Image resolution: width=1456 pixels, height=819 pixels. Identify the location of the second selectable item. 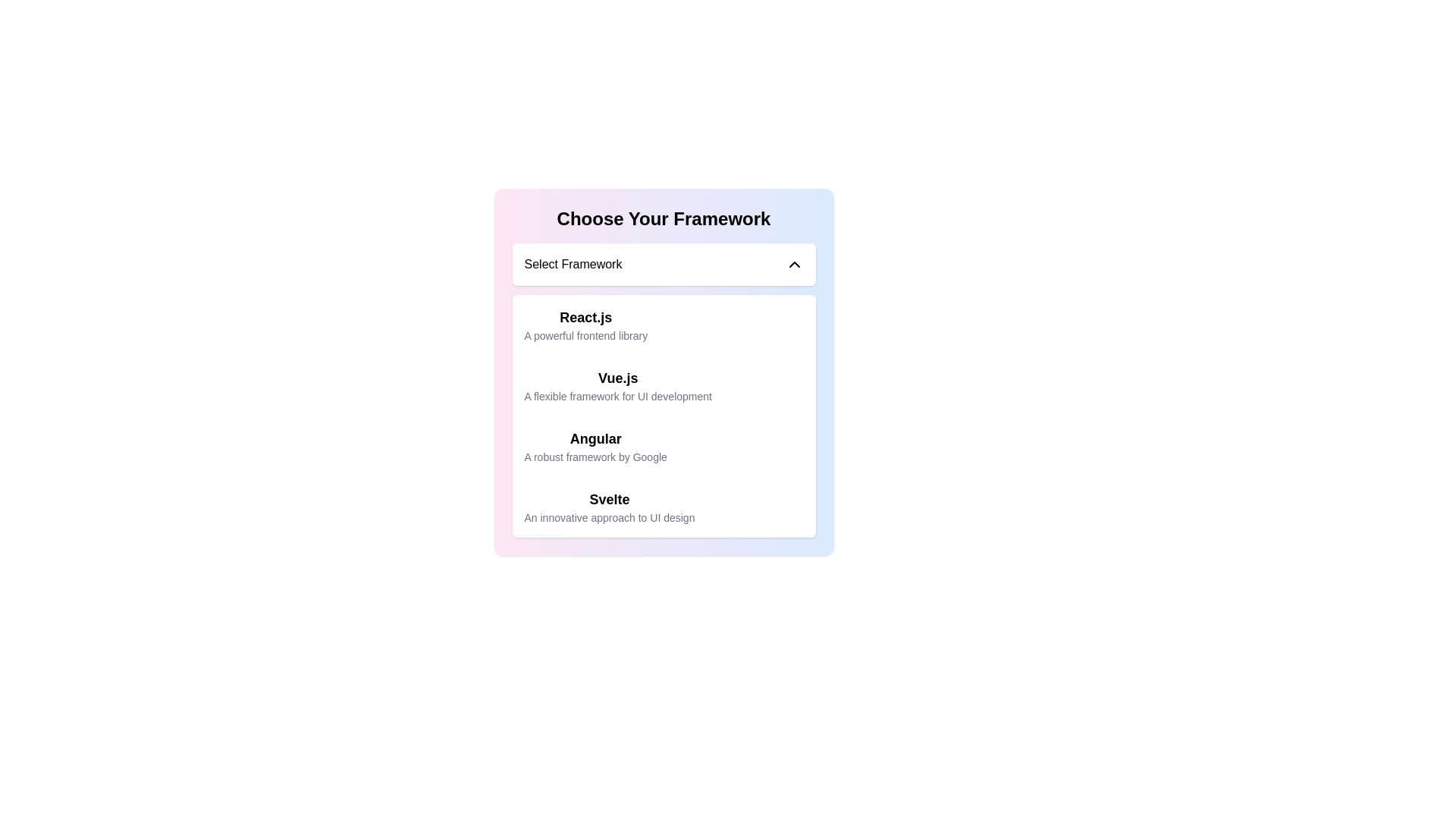
(618, 385).